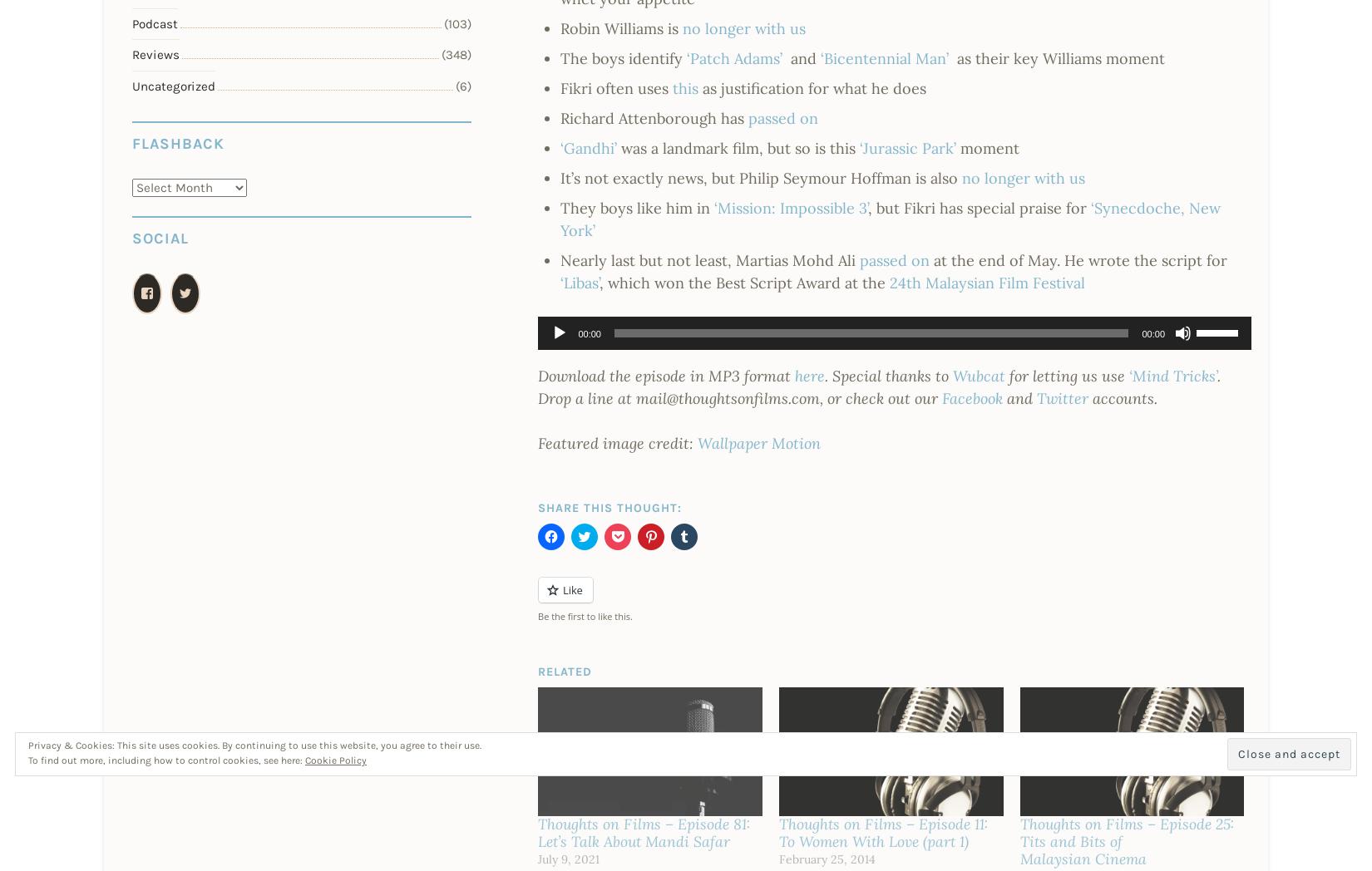  Describe the element at coordinates (457, 22) in the screenshot. I see `'(103)'` at that location.